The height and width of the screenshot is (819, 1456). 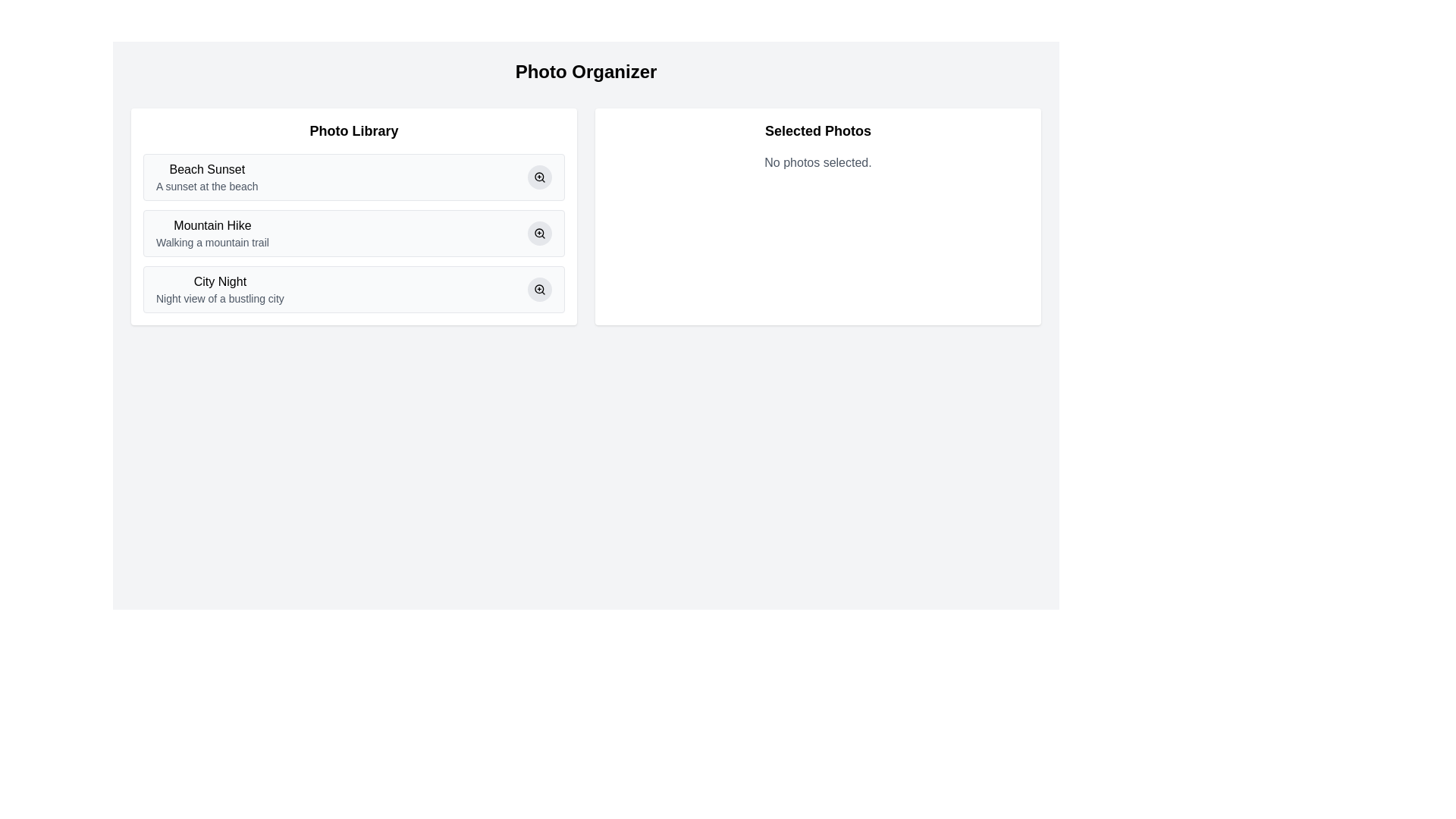 I want to click on the circular button with a light gray background and a black magnifying glass icon, so click(x=539, y=234).